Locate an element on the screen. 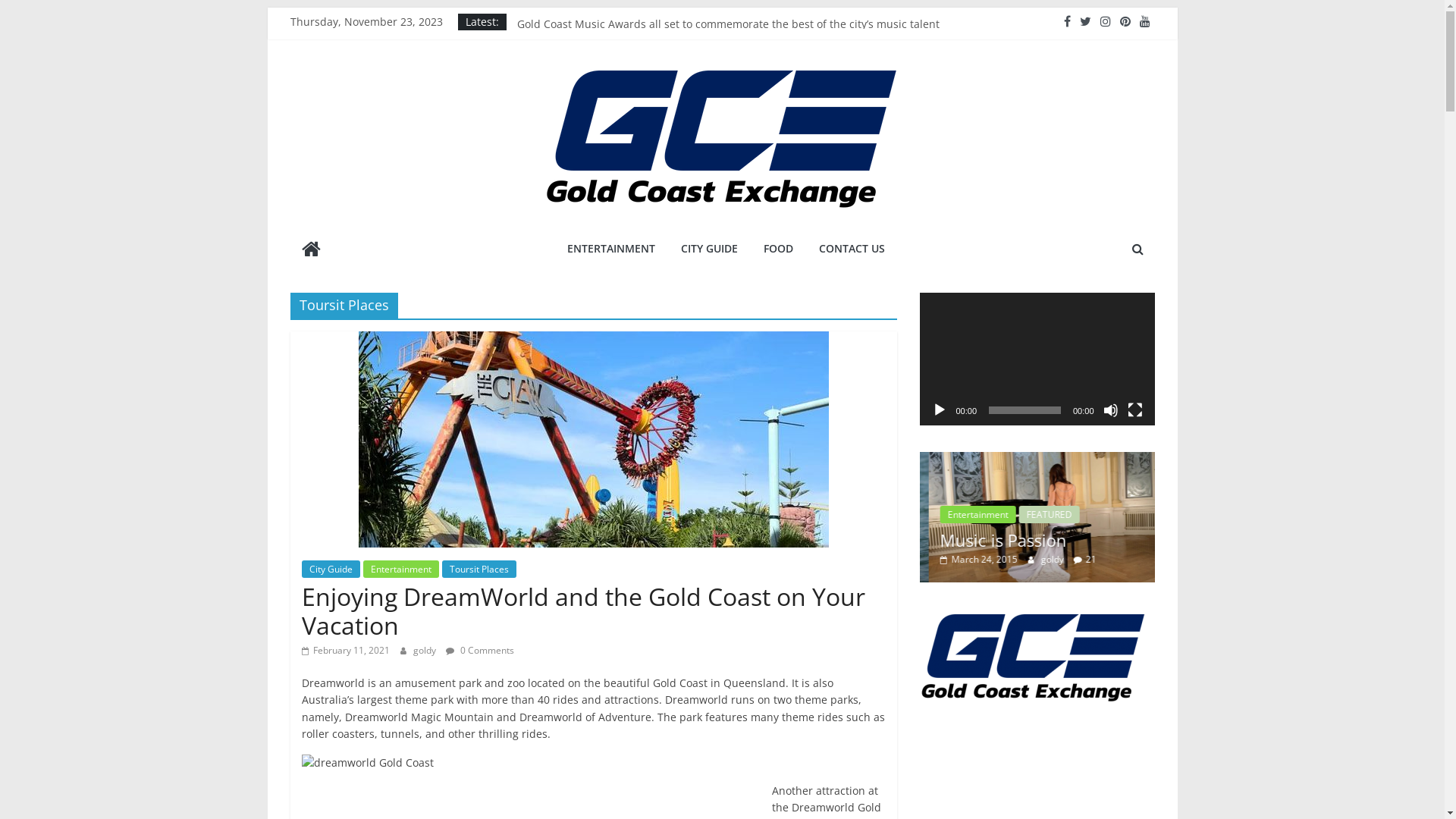  '0 Comments' is located at coordinates (445, 649).